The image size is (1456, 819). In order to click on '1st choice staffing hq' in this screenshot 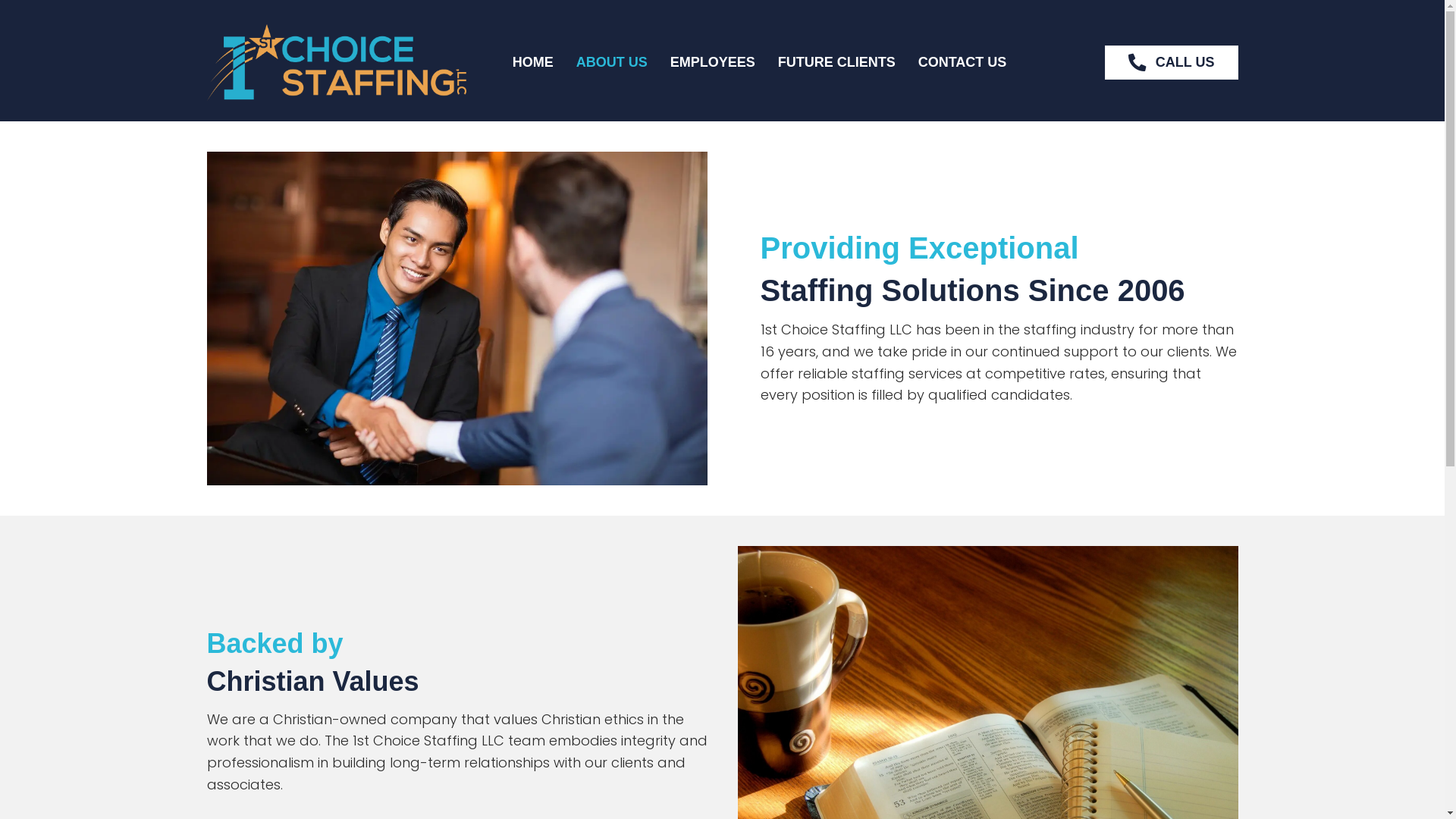, I will do `click(335, 61)`.